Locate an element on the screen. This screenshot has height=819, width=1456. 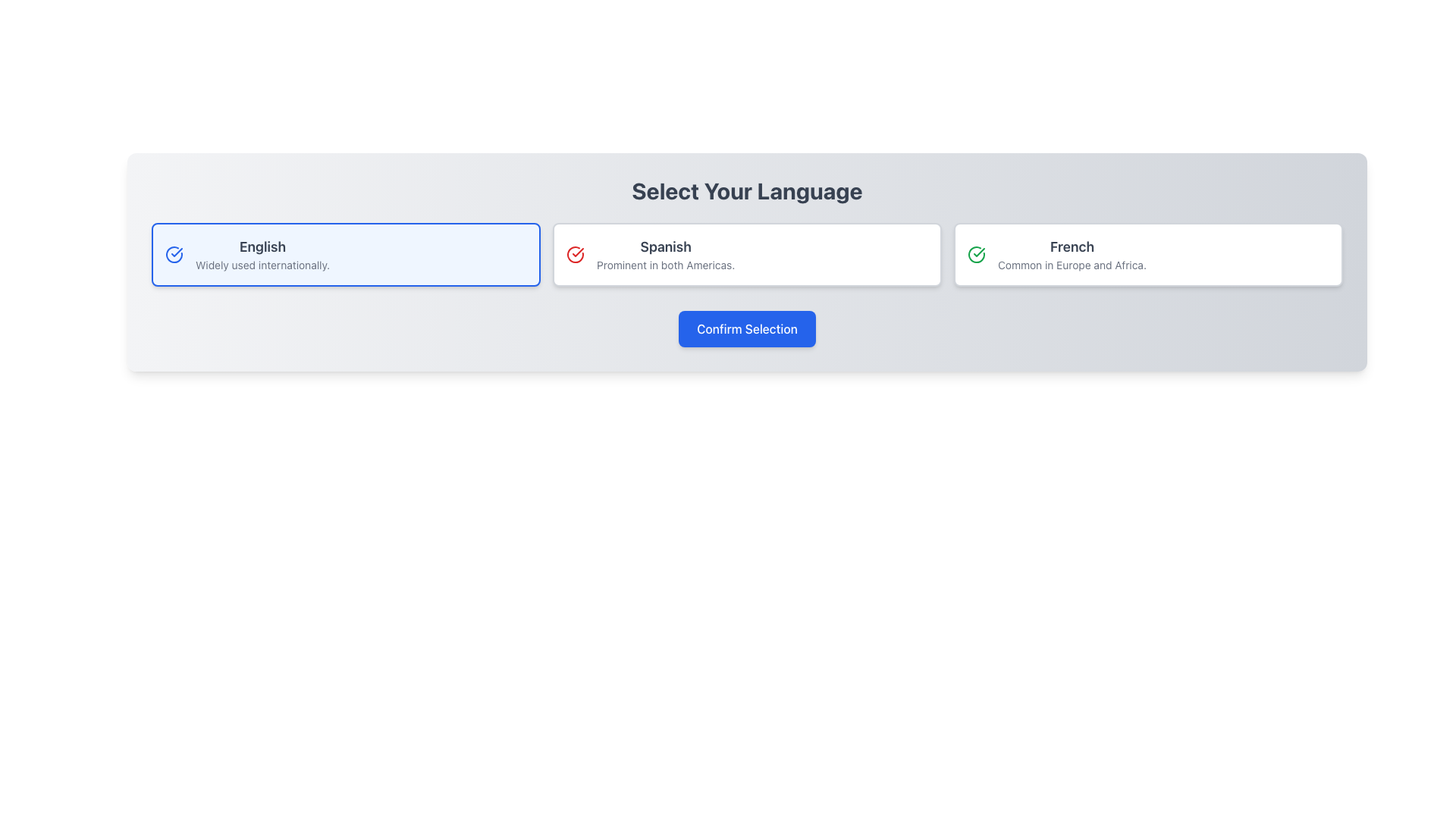
the blue checkmark icon within the 'English' option in the SVG graphic is located at coordinates (177, 251).